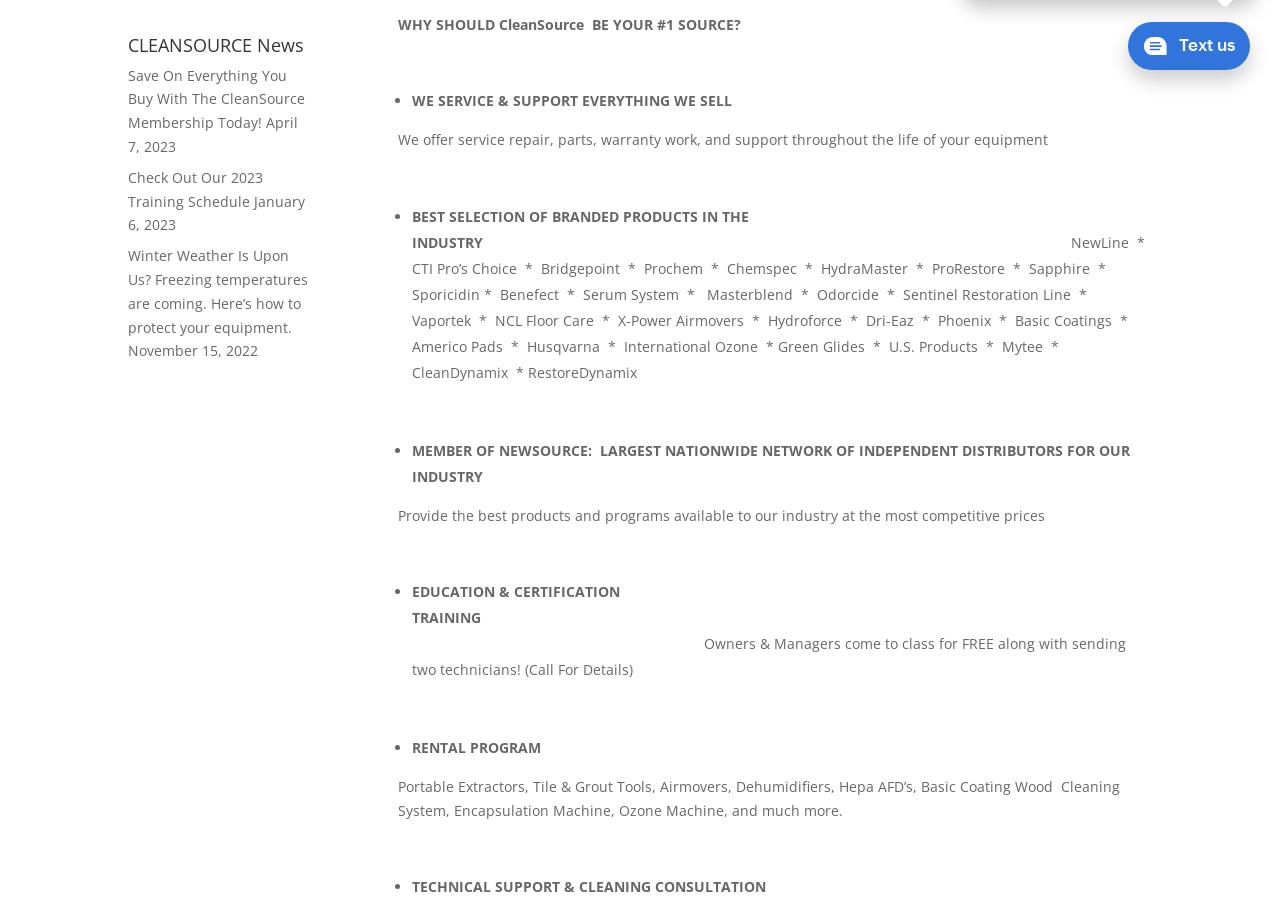  What do you see at coordinates (769, 461) in the screenshot?
I see `'MEMBER OF NEWSOURCE:  LARGEST NATIONWIDE NETWORK OF INDEPENDENT DISTRIBUTORS FOR OUR INDUSTRY'` at bounding box center [769, 461].